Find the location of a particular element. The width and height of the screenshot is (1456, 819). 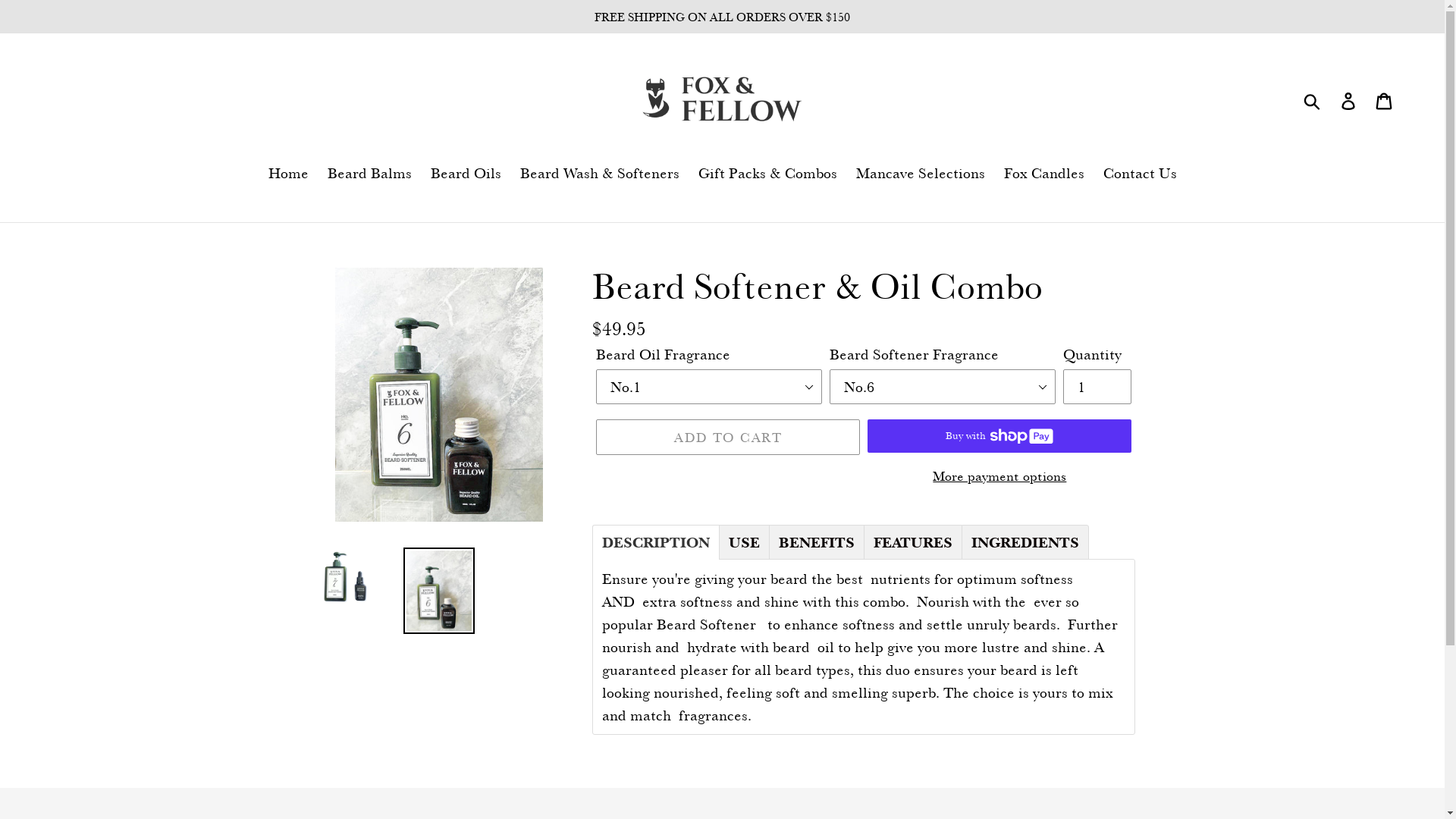

'Contact Us' is located at coordinates (1139, 173).